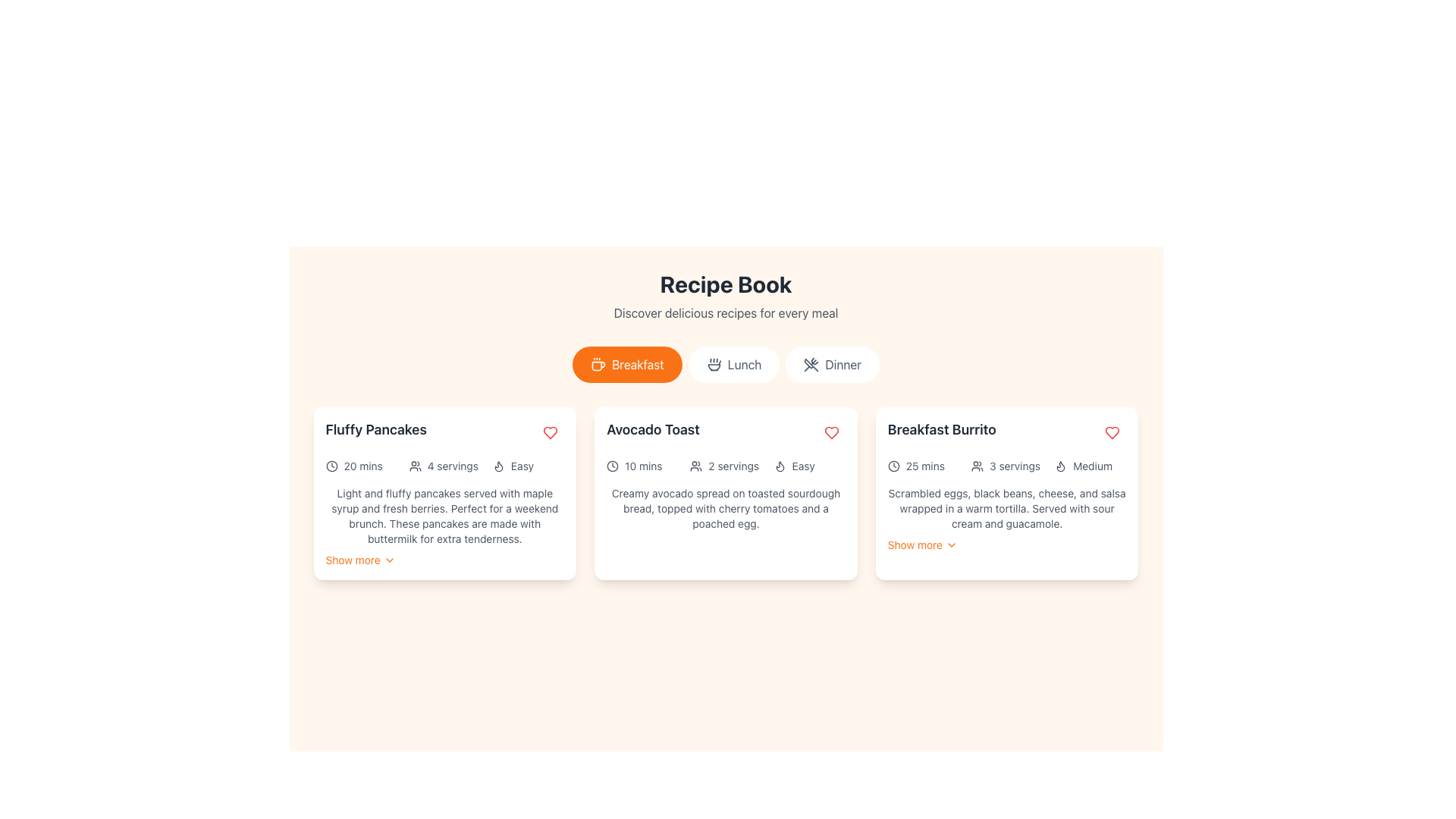 The height and width of the screenshot is (819, 1456). Describe the element at coordinates (725, 509) in the screenshot. I see `the text block that describes the 'Avocado Toast' recipe, which reads 'Creamy avocado spread on toasted sourdough bread, topped with cherry tomatoes and a poached egg.'` at that location.